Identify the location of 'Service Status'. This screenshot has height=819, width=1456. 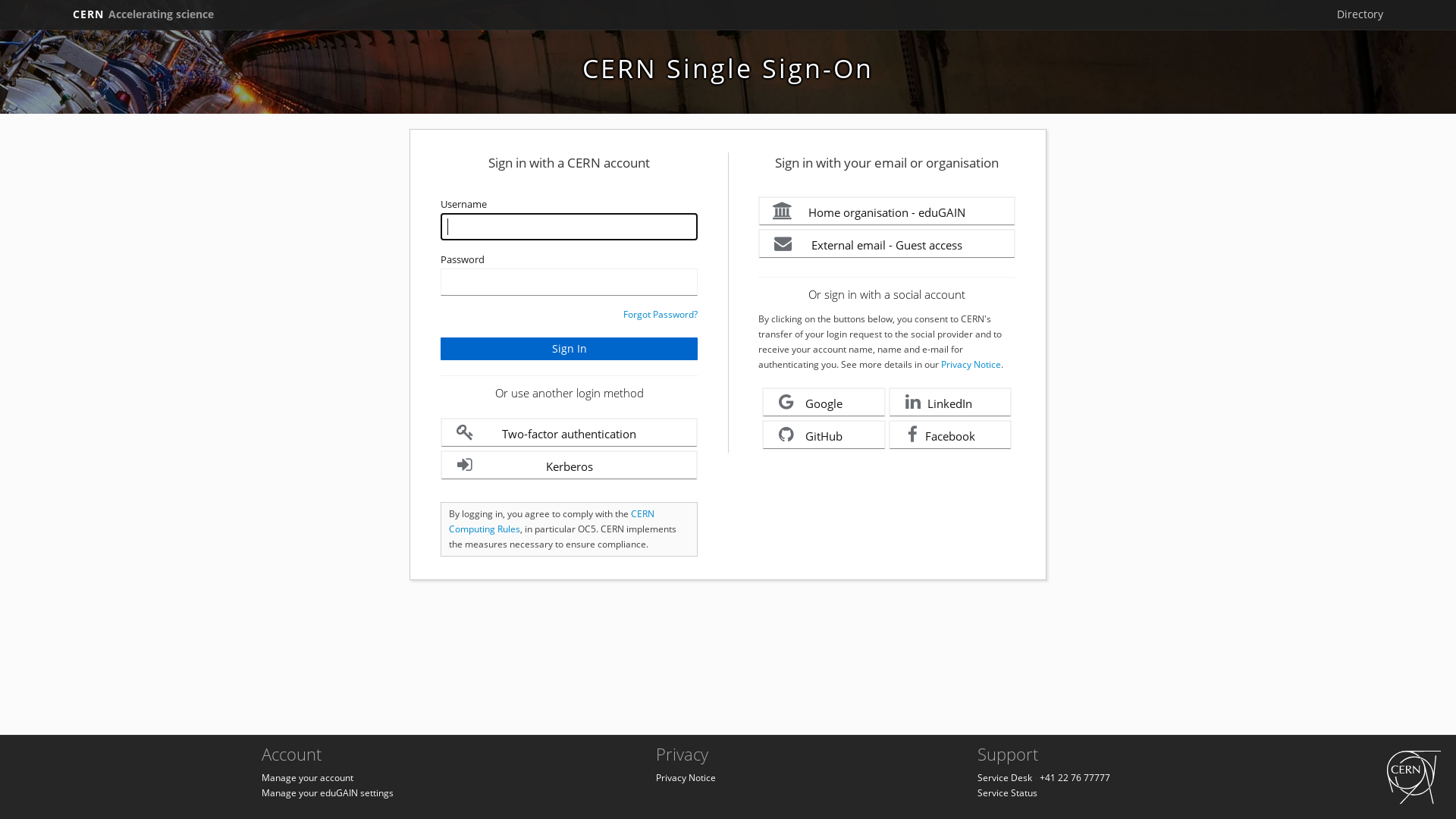
(977, 792).